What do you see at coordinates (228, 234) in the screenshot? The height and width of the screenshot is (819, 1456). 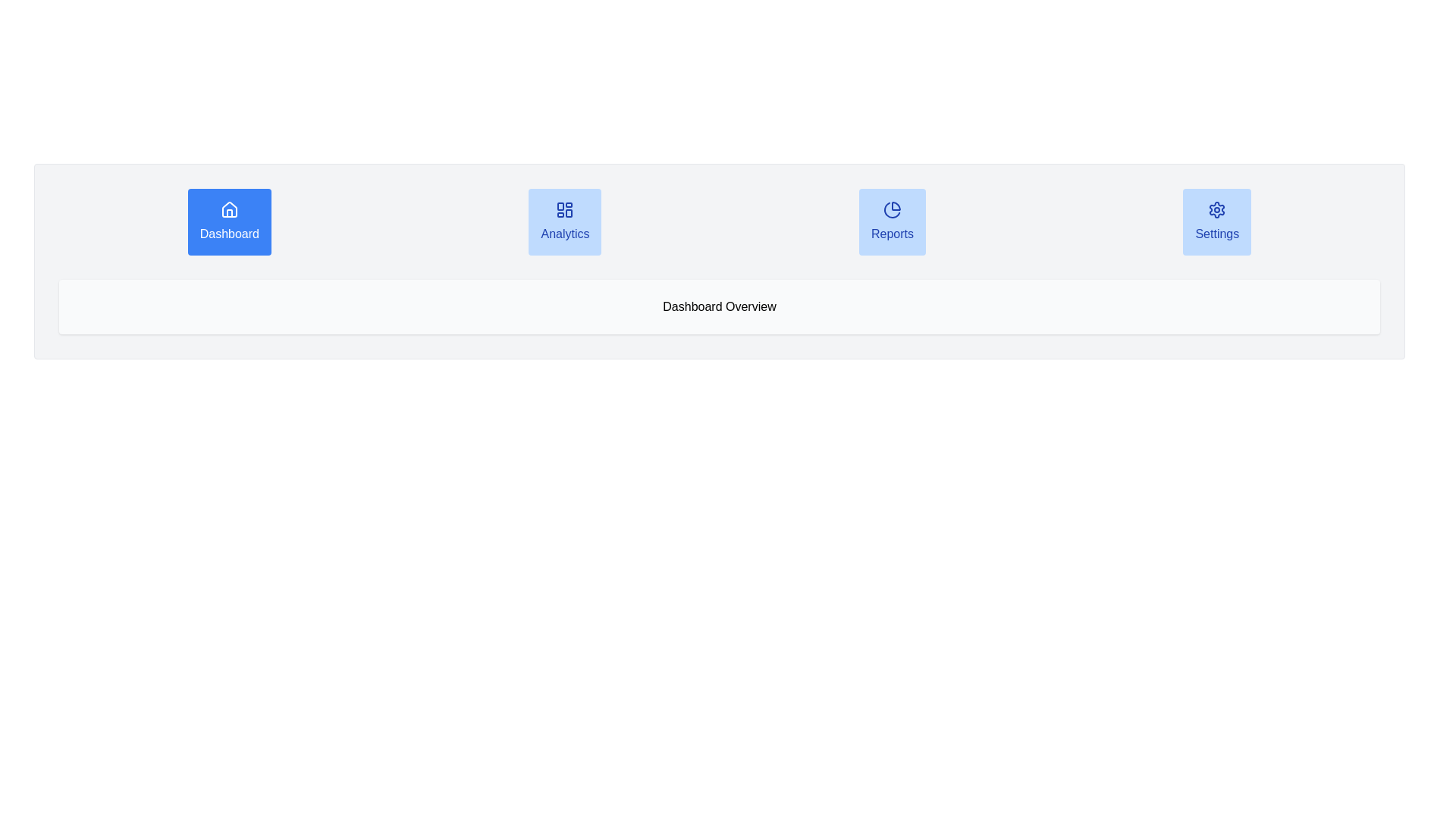 I see `the 'Dashboard' text label` at bounding box center [228, 234].